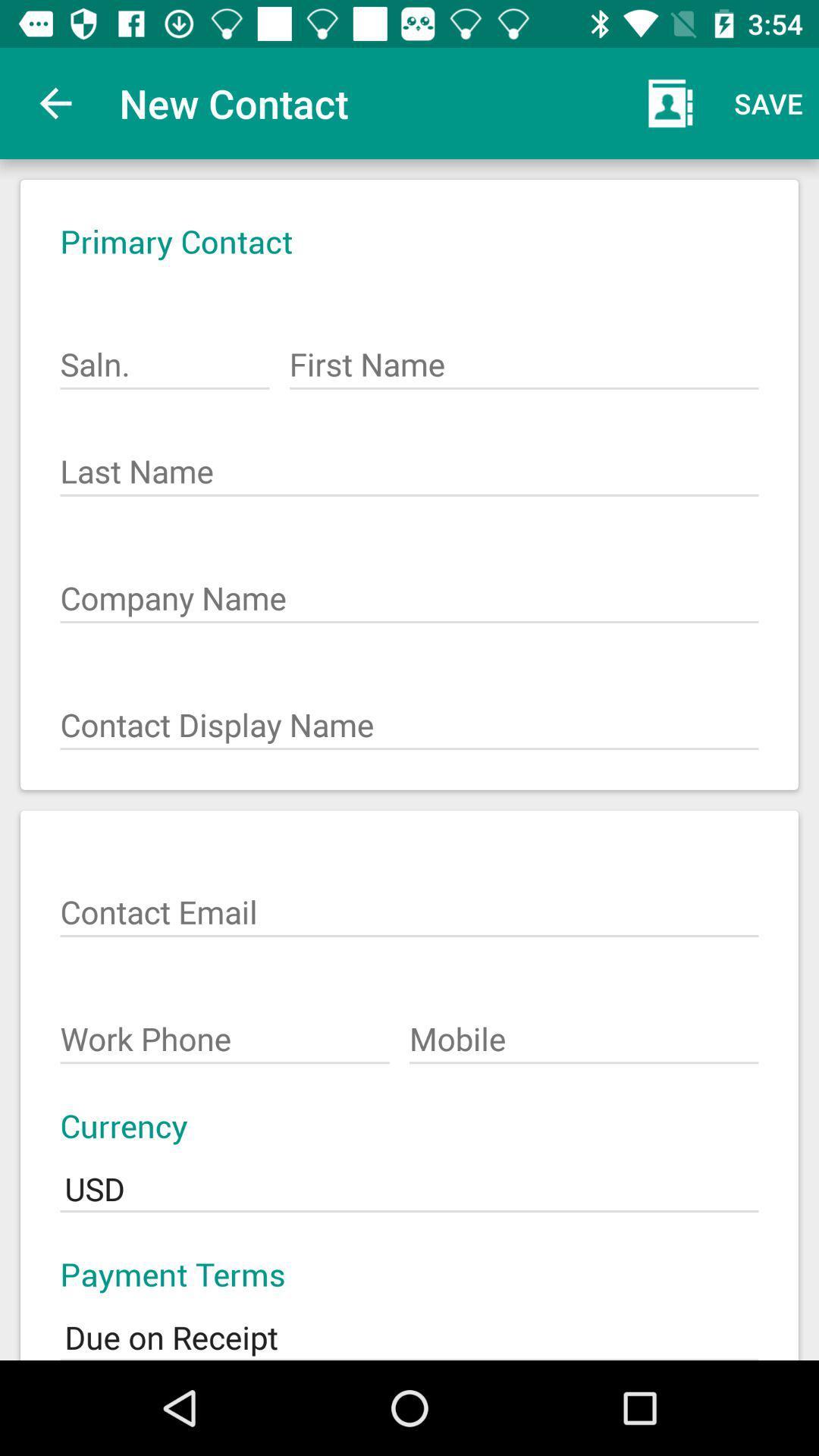 The image size is (819, 1456). I want to click on usd, so click(409, 1178).